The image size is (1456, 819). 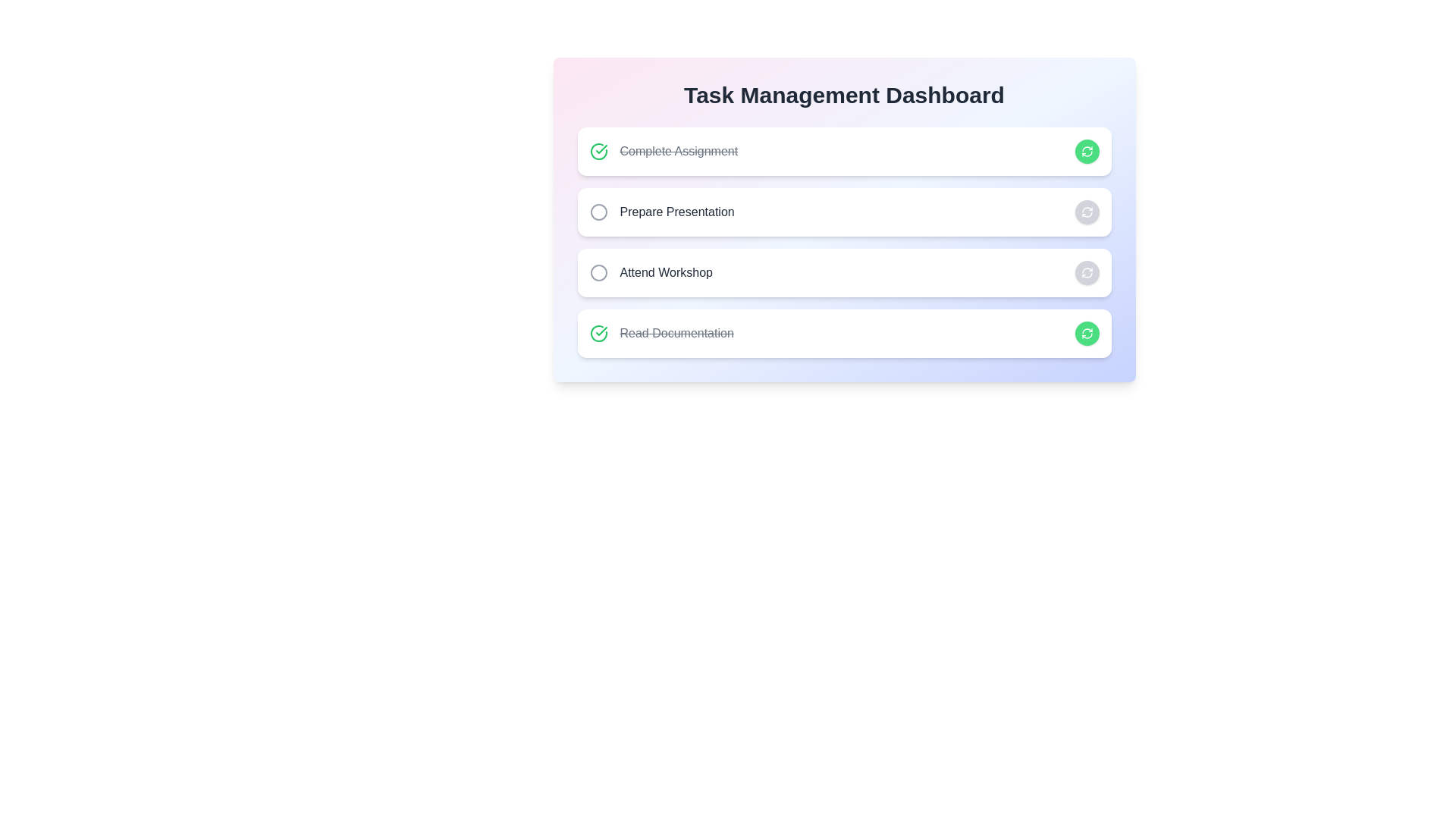 What do you see at coordinates (1086, 152) in the screenshot?
I see `the button corresponding to Complete Assignment` at bounding box center [1086, 152].